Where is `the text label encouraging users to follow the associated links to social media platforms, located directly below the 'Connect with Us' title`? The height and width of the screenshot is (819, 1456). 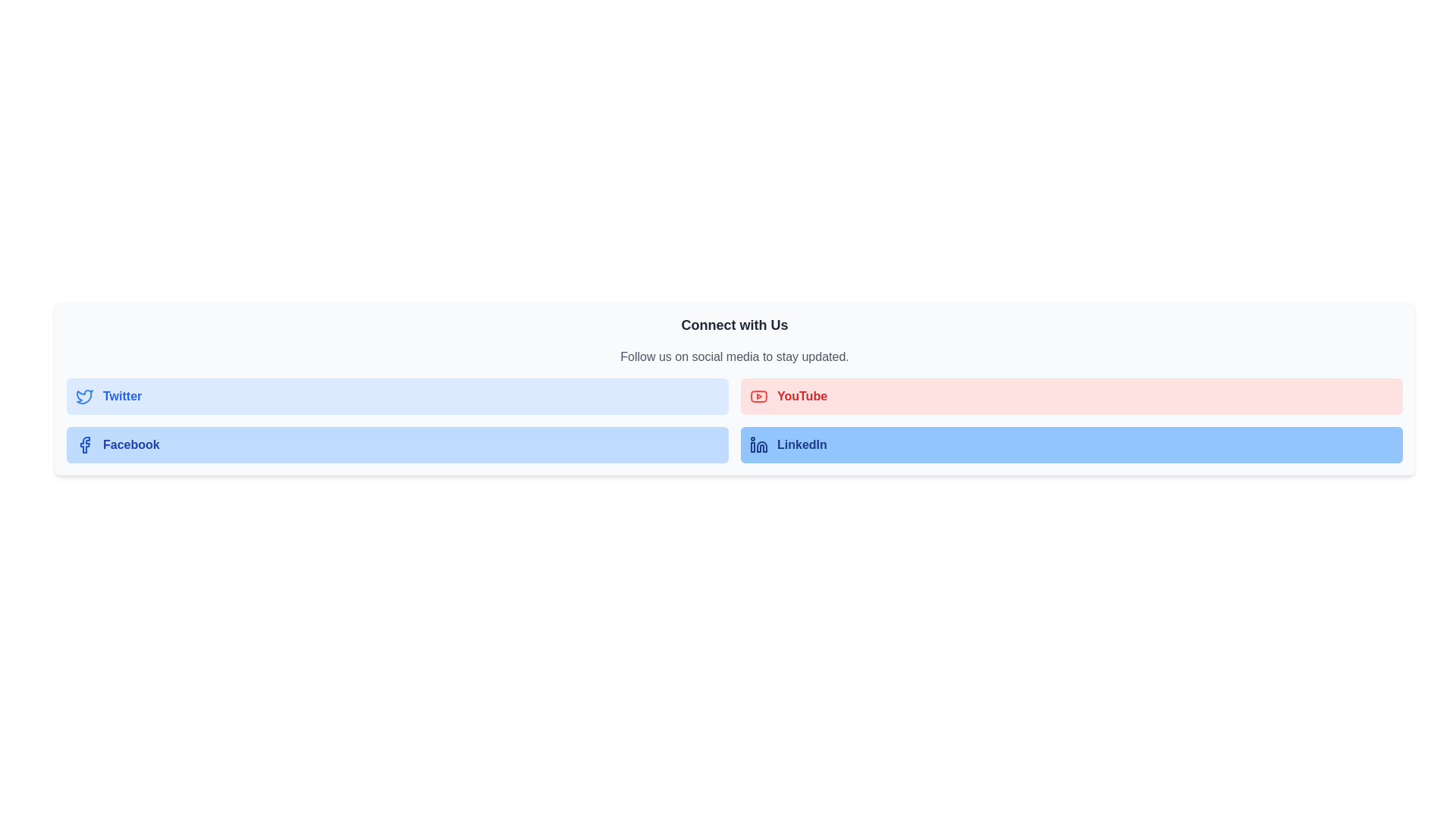
the text label encouraging users to follow the associated links to social media platforms, located directly below the 'Connect with Us' title is located at coordinates (735, 356).